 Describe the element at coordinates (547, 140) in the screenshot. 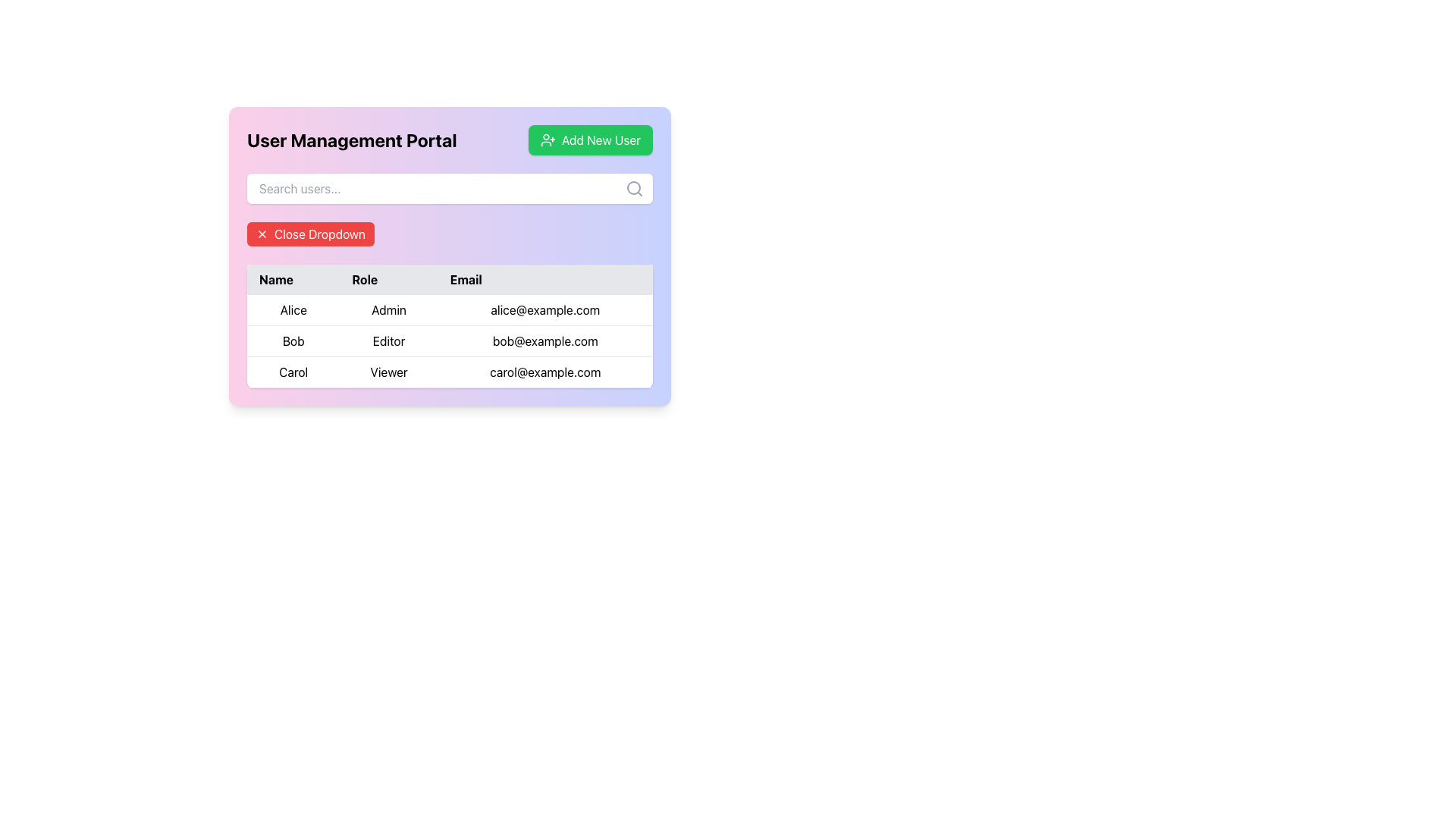

I see `the user avatar icon with a plus sign located within the 'Add New User' button at the top-right corner of the interface` at that location.